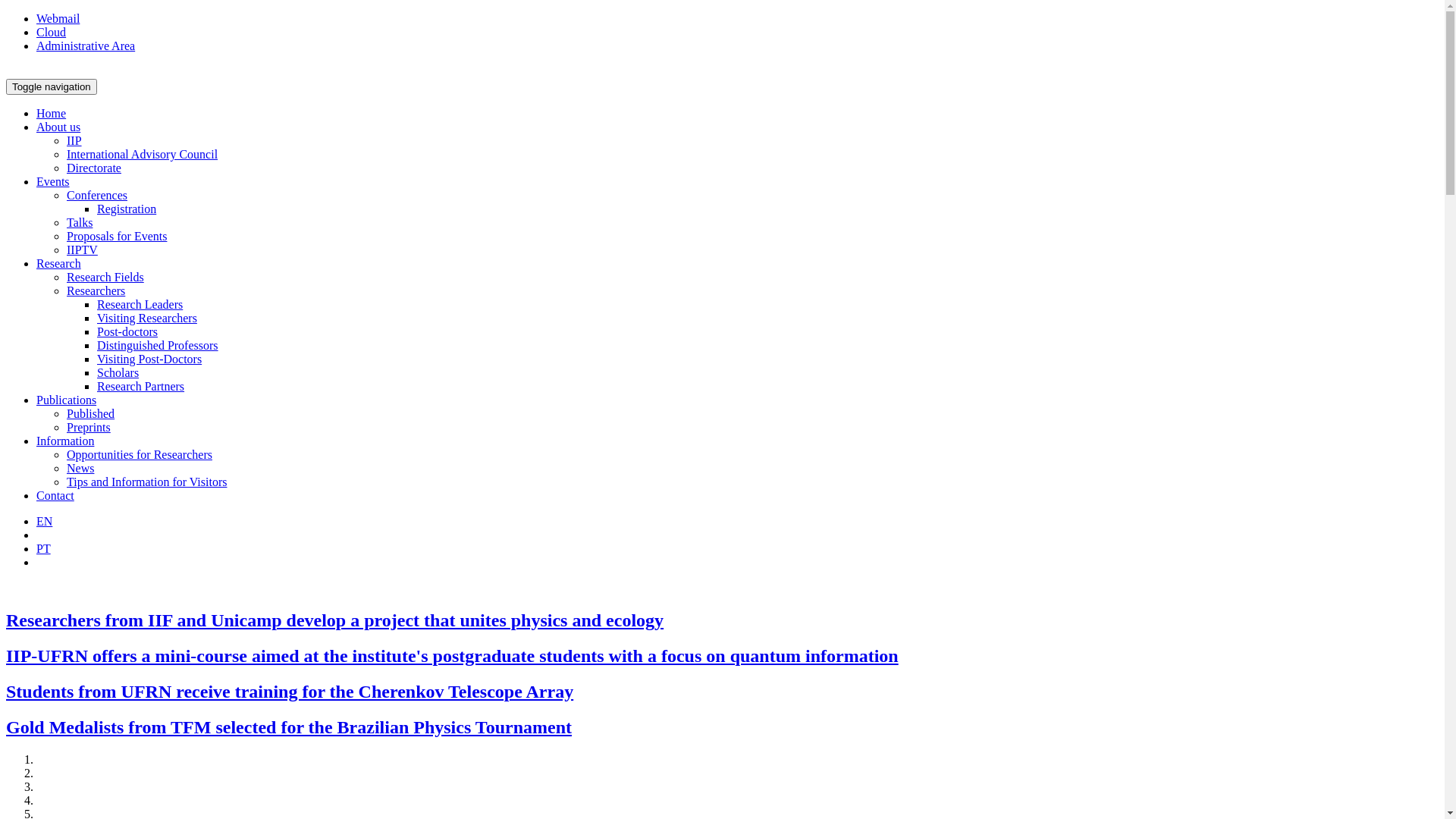 The height and width of the screenshot is (819, 1456). Describe the element at coordinates (65, 168) in the screenshot. I see `'Directorate'` at that location.